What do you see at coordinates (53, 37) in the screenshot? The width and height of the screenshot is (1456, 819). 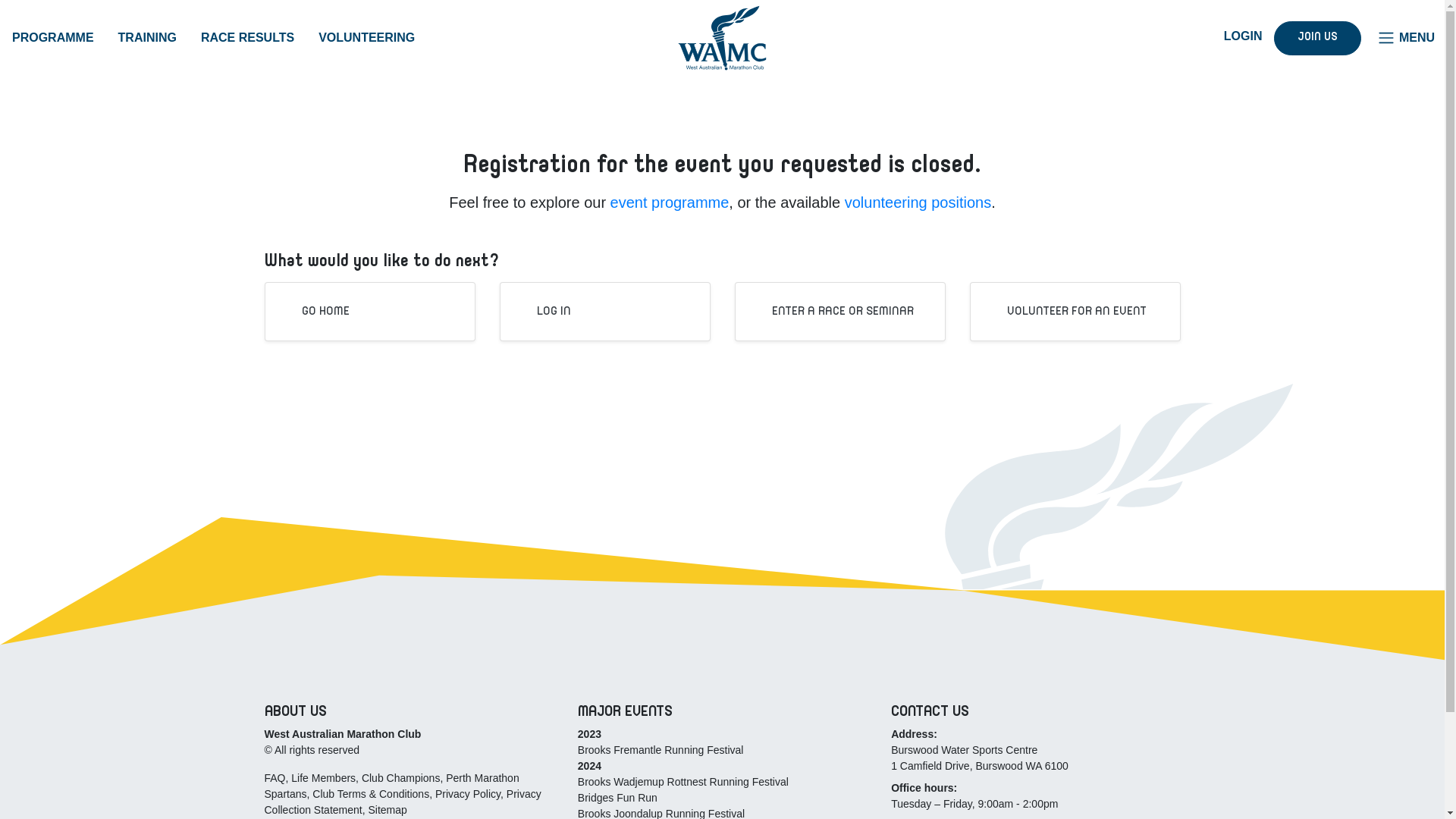 I see `'PROGRAMME'` at bounding box center [53, 37].